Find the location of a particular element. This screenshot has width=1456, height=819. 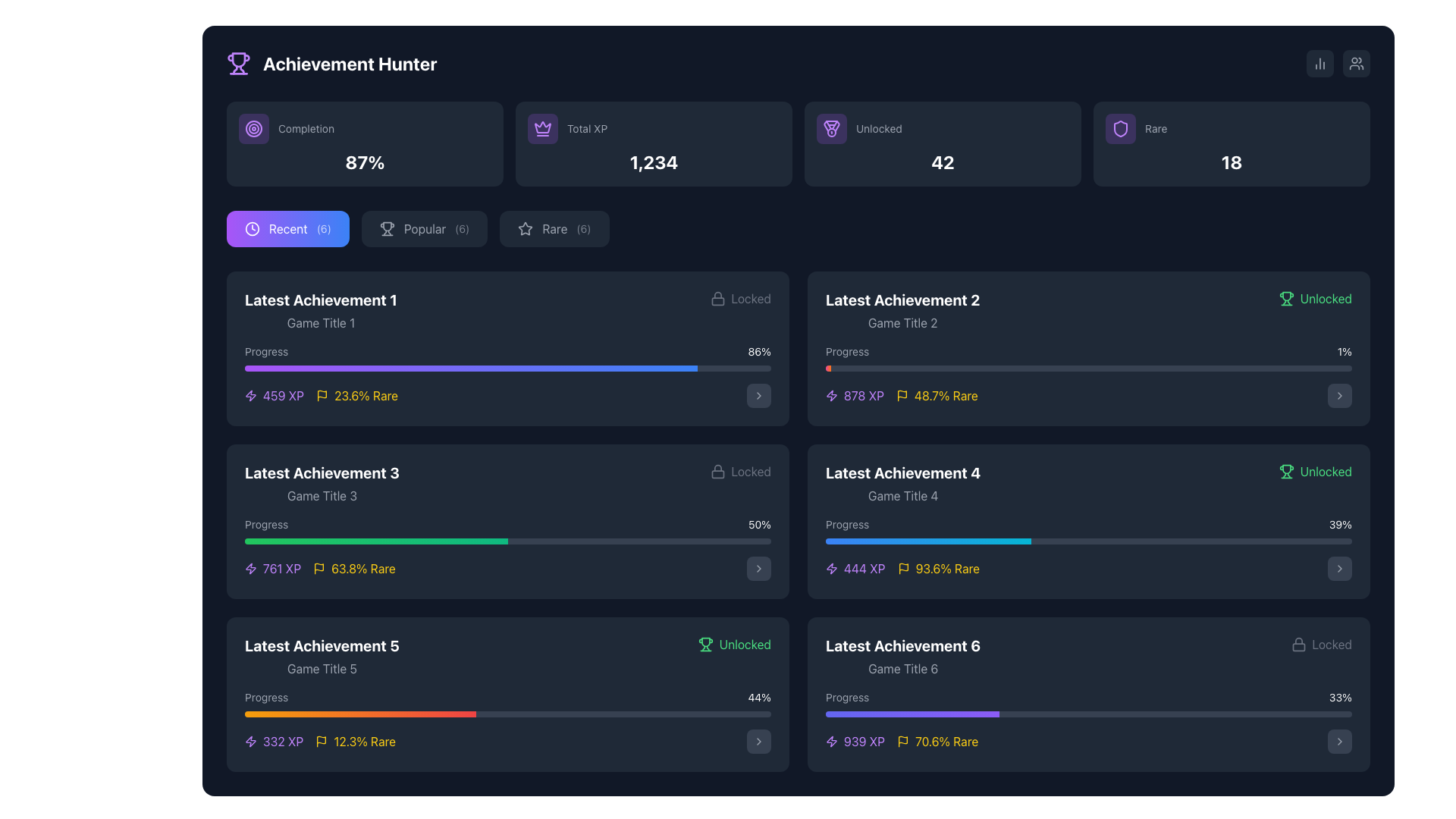

the filled portion of the progress bar segment in the 'Latest Achievement 1' block, which is a narrow horizontal bar with a gradient from purple to blue is located at coordinates (470, 369).